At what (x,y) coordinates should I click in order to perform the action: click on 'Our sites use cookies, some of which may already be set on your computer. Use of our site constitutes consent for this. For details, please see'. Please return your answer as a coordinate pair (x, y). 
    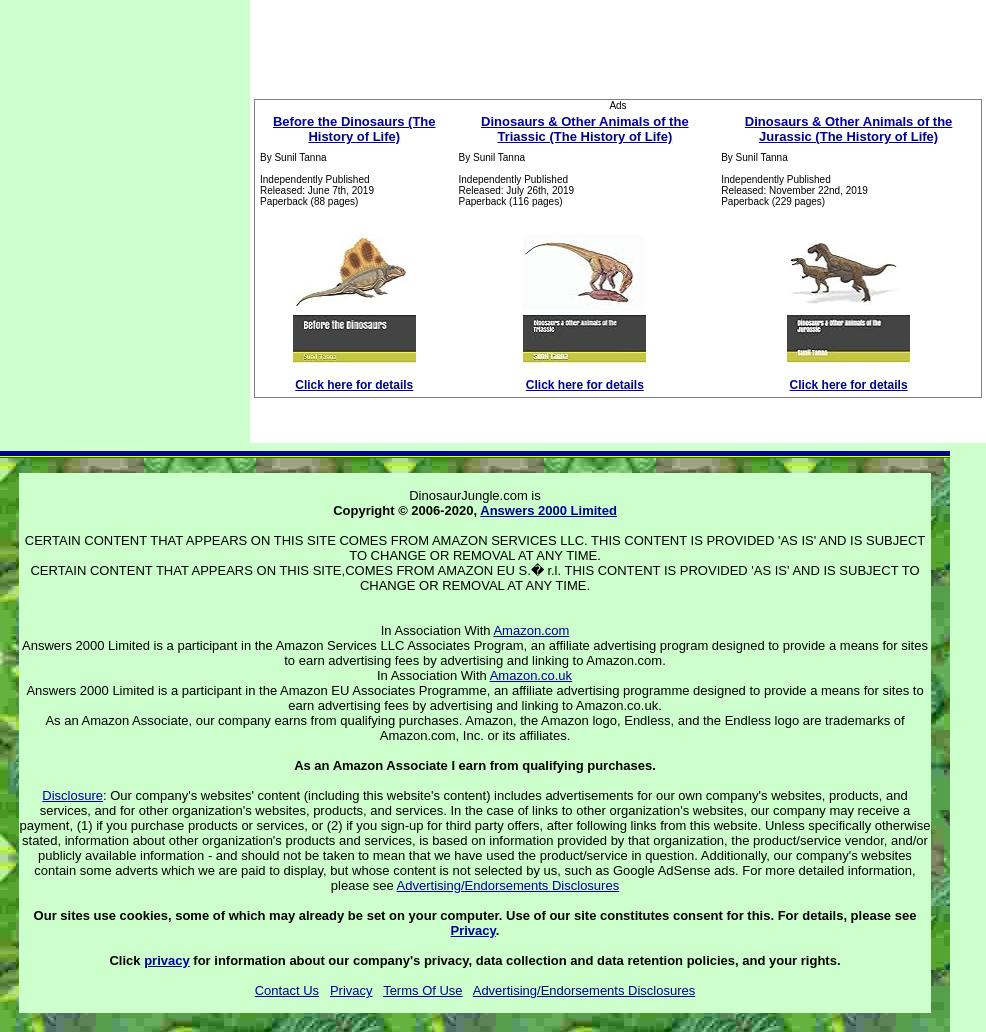
    Looking at the image, I should click on (474, 914).